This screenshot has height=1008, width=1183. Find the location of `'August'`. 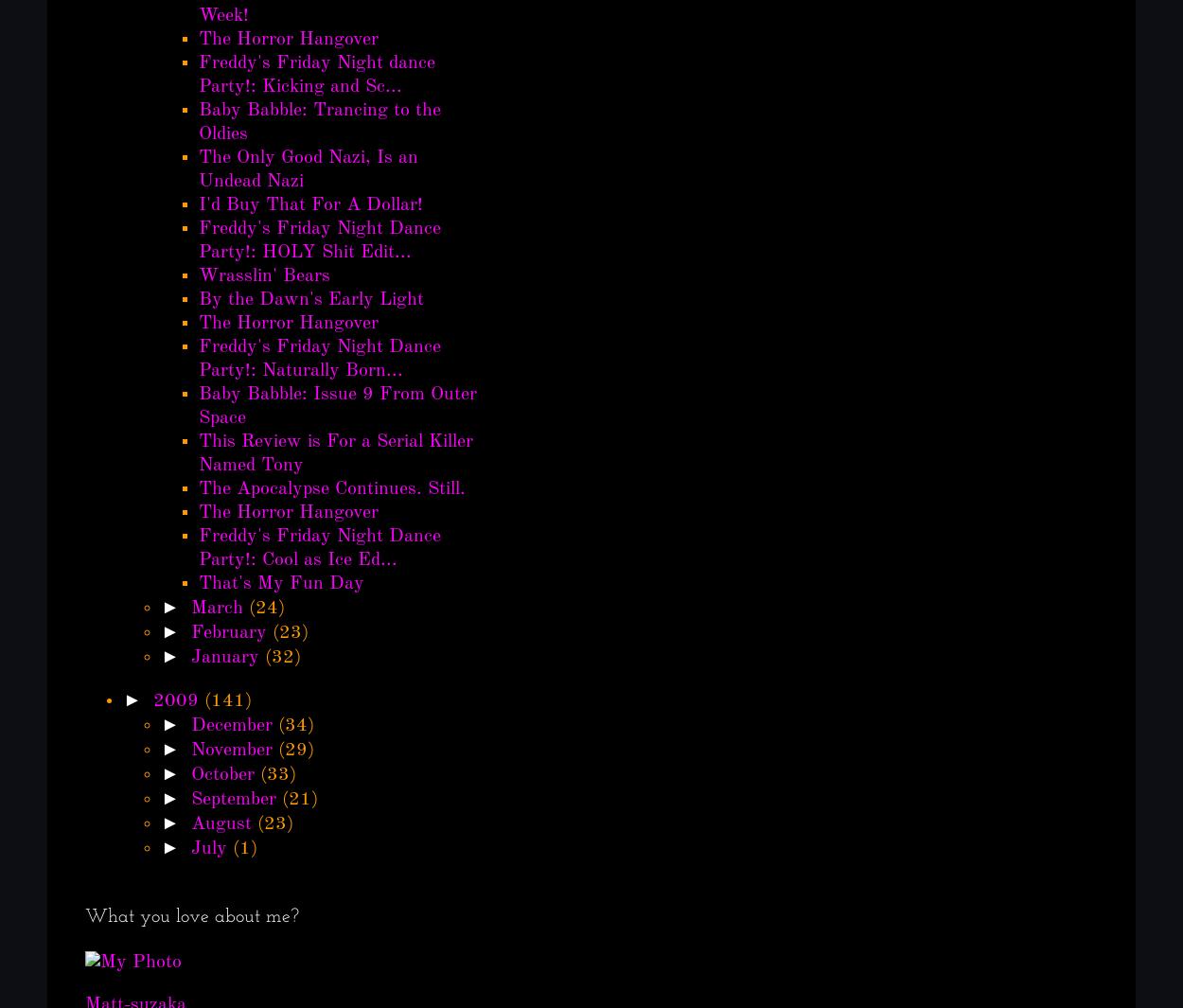

'August' is located at coordinates (220, 823).